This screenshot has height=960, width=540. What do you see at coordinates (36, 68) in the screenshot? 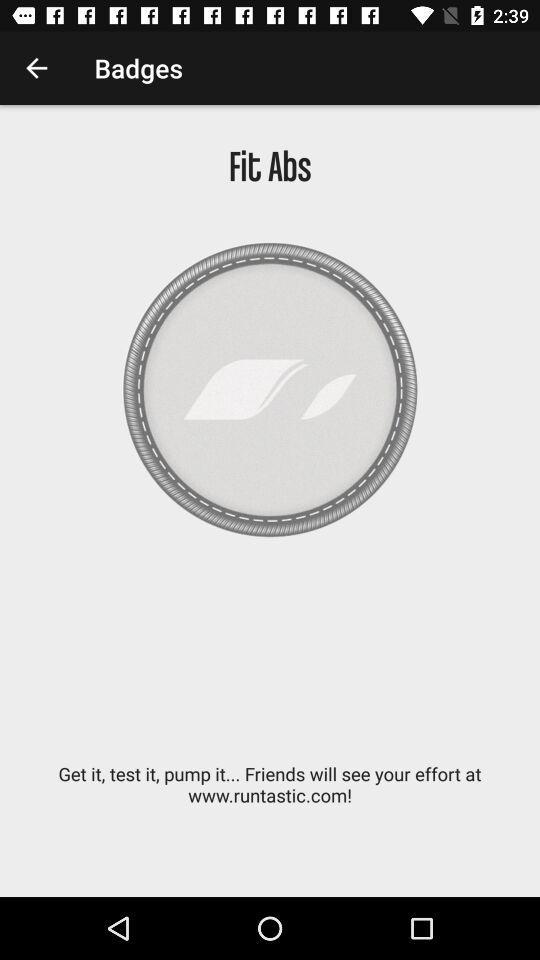
I see `the icon above the fit abs` at bounding box center [36, 68].